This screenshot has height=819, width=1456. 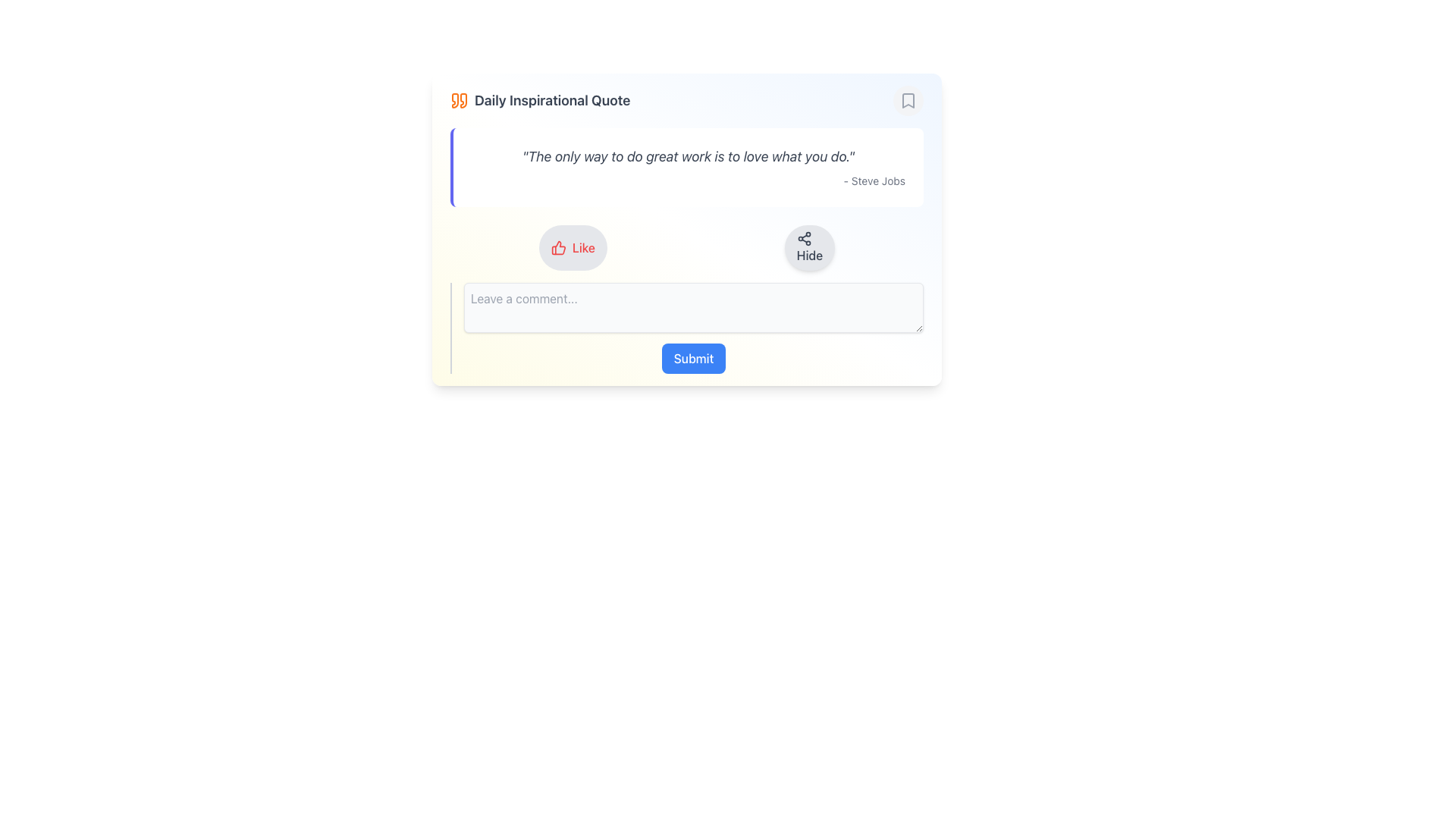 What do you see at coordinates (908, 100) in the screenshot?
I see `the bookmark icon located in the upper right section of the interface, adjacent to the 'Daily Inspirational Quote' box` at bounding box center [908, 100].